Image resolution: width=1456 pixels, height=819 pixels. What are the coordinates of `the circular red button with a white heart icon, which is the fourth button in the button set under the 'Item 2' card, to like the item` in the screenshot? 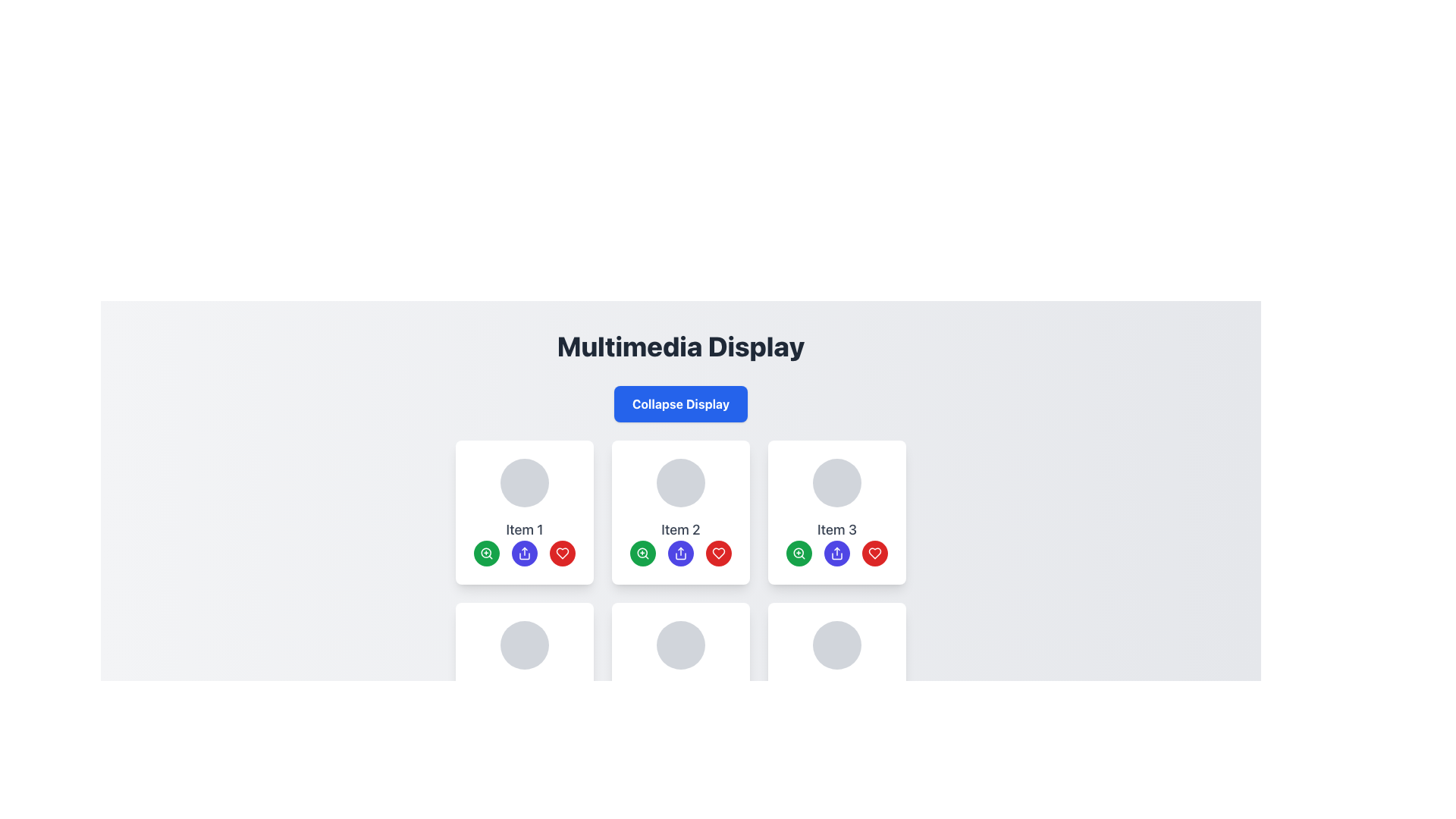 It's located at (718, 553).